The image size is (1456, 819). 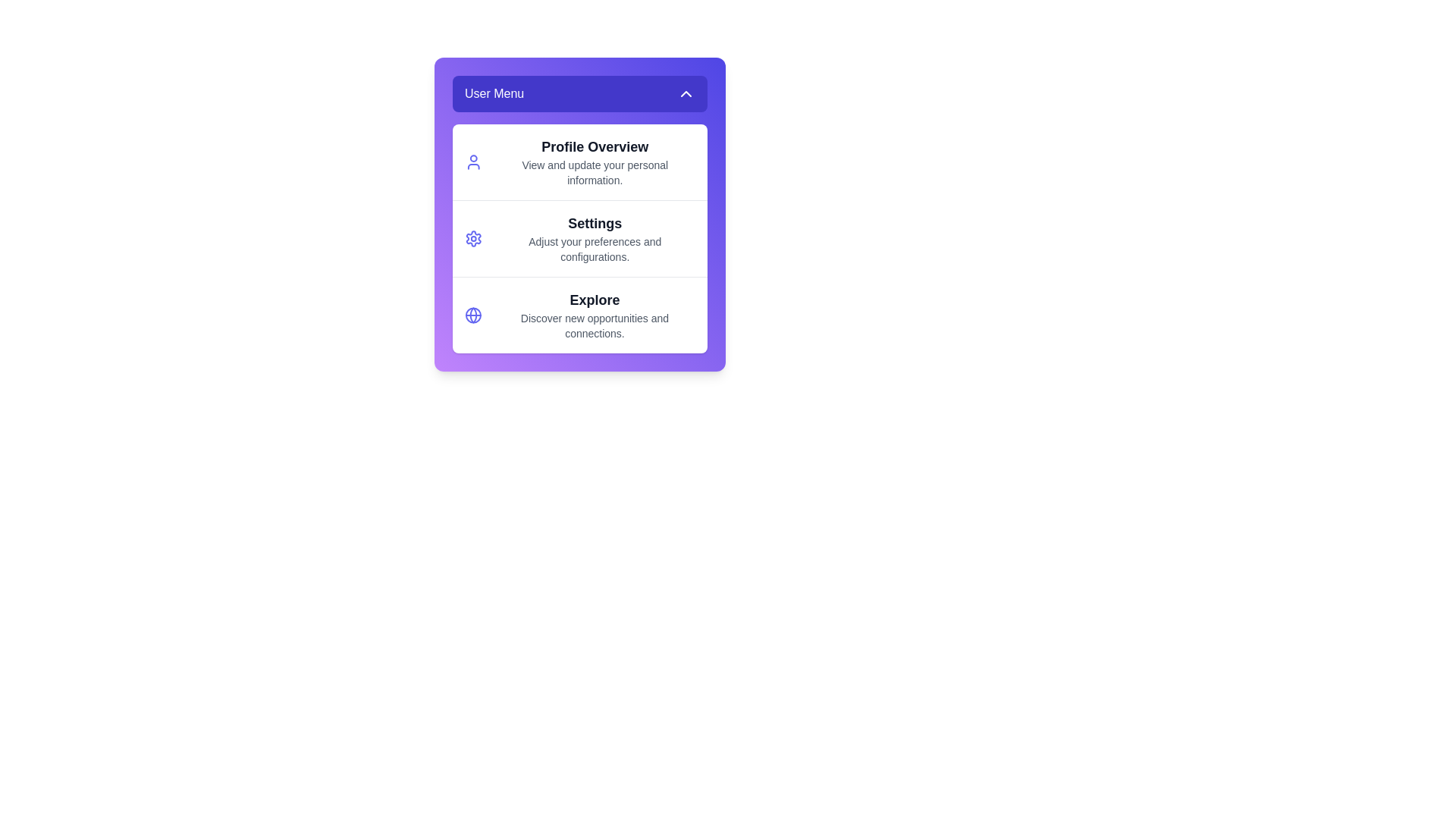 What do you see at coordinates (472, 239) in the screenshot?
I see `the settings icon located within the 'Settings' row of the user menu, which serves as a visual indicator for accessing settings` at bounding box center [472, 239].